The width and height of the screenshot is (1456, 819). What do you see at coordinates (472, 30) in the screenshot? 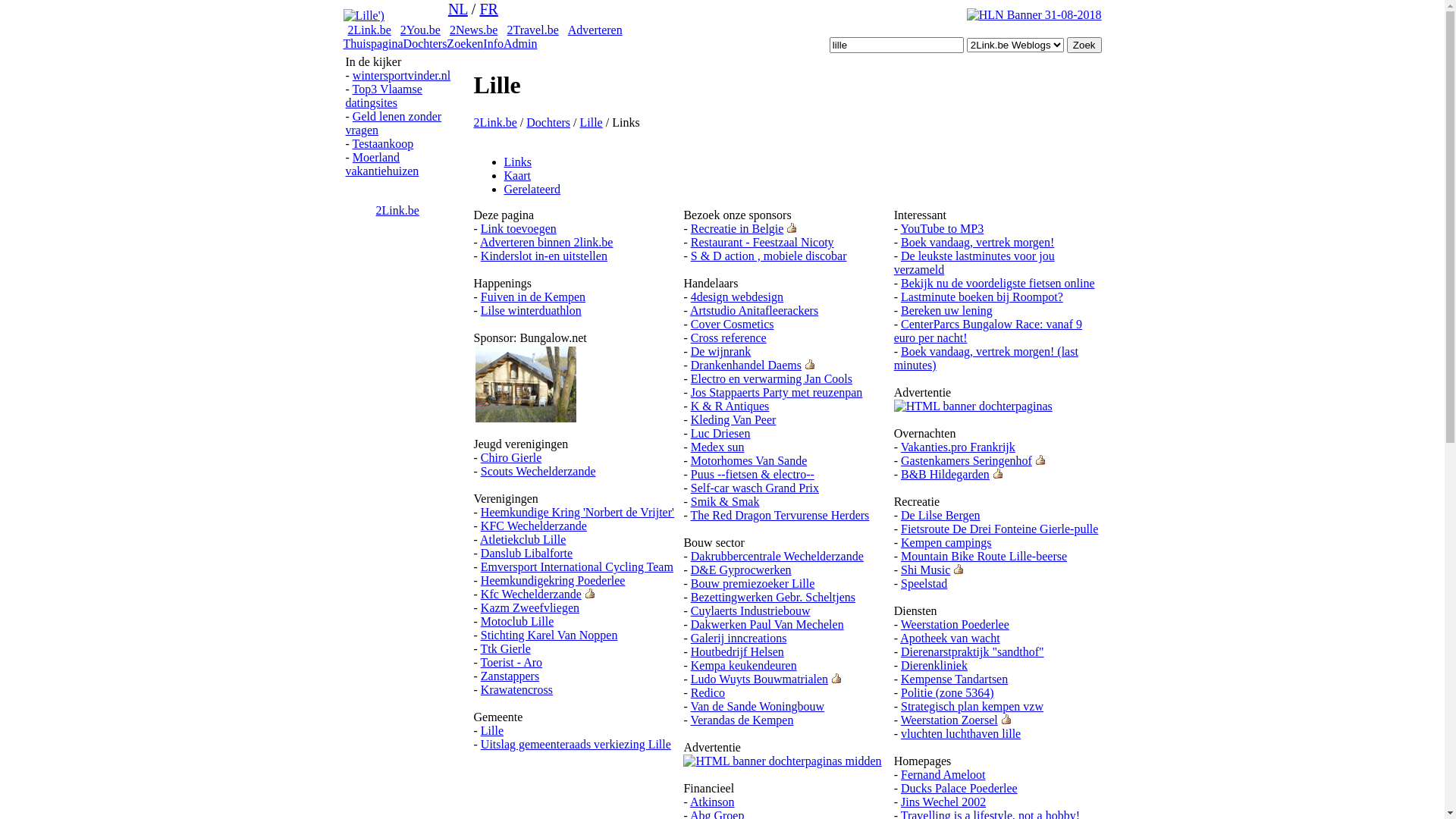
I see `'2News.be'` at bounding box center [472, 30].